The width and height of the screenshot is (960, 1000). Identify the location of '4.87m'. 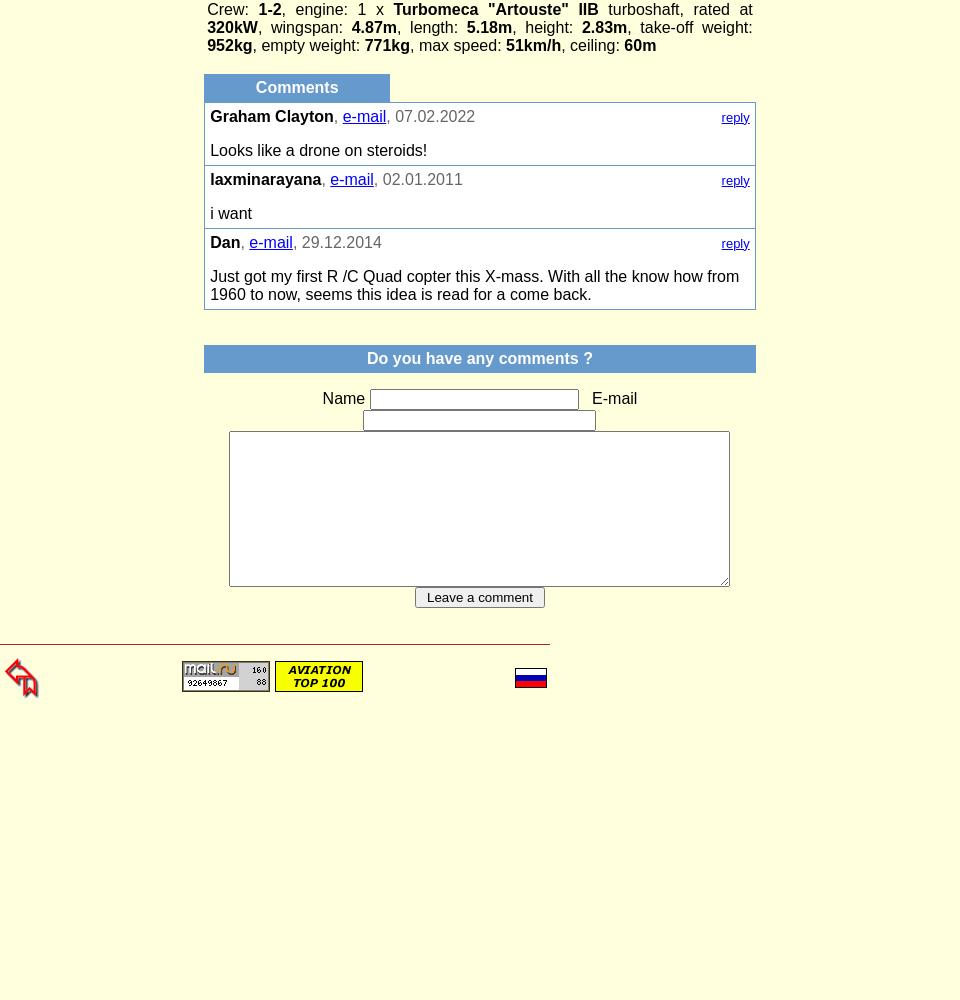
(343, 27).